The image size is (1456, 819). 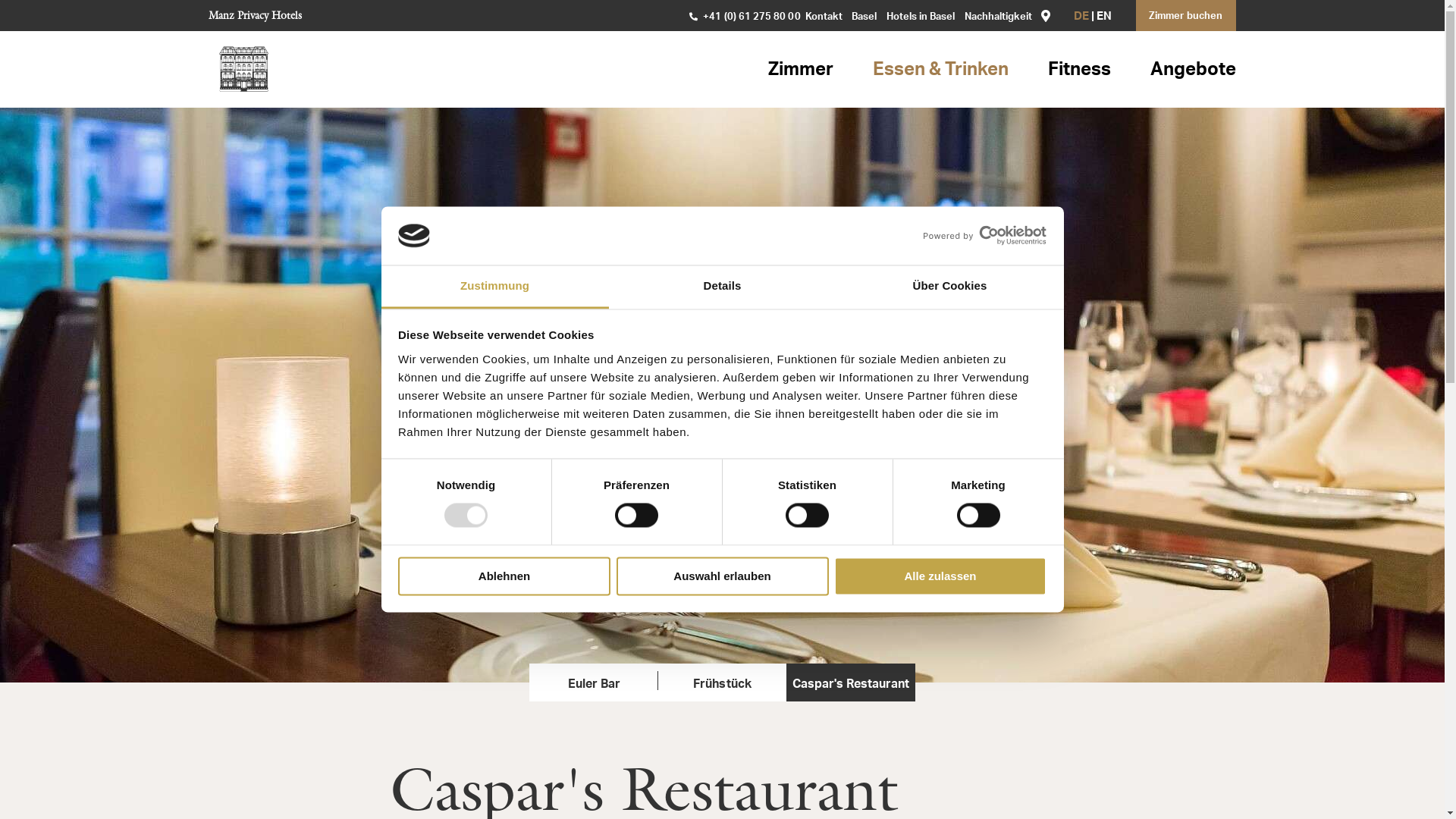 What do you see at coordinates (767, 70) in the screenshot?
I see `'Zimmer'` at bounding box center [767, 70].